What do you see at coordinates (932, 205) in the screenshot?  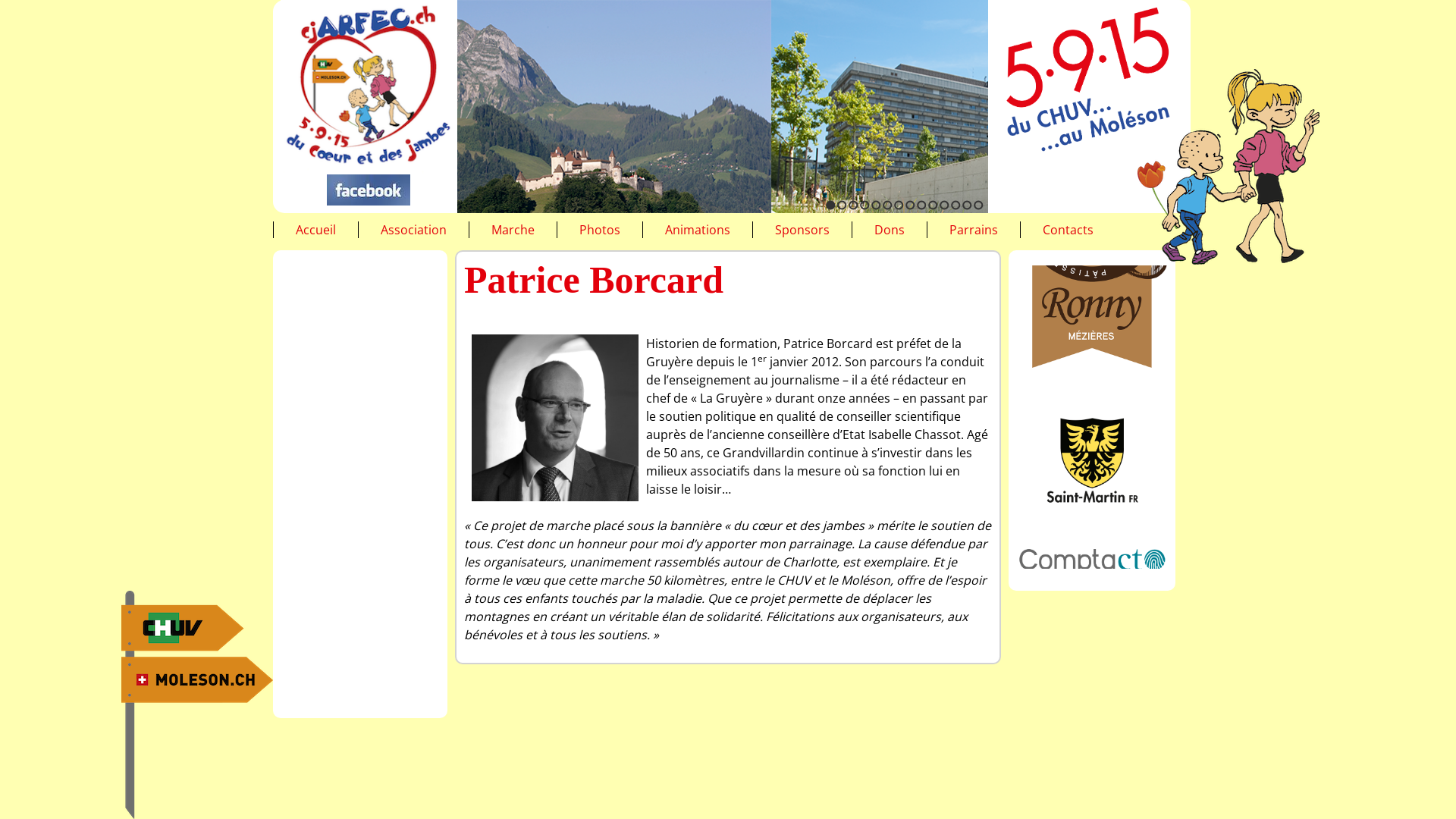 I see `'10'` at bounding box center [932, 205].